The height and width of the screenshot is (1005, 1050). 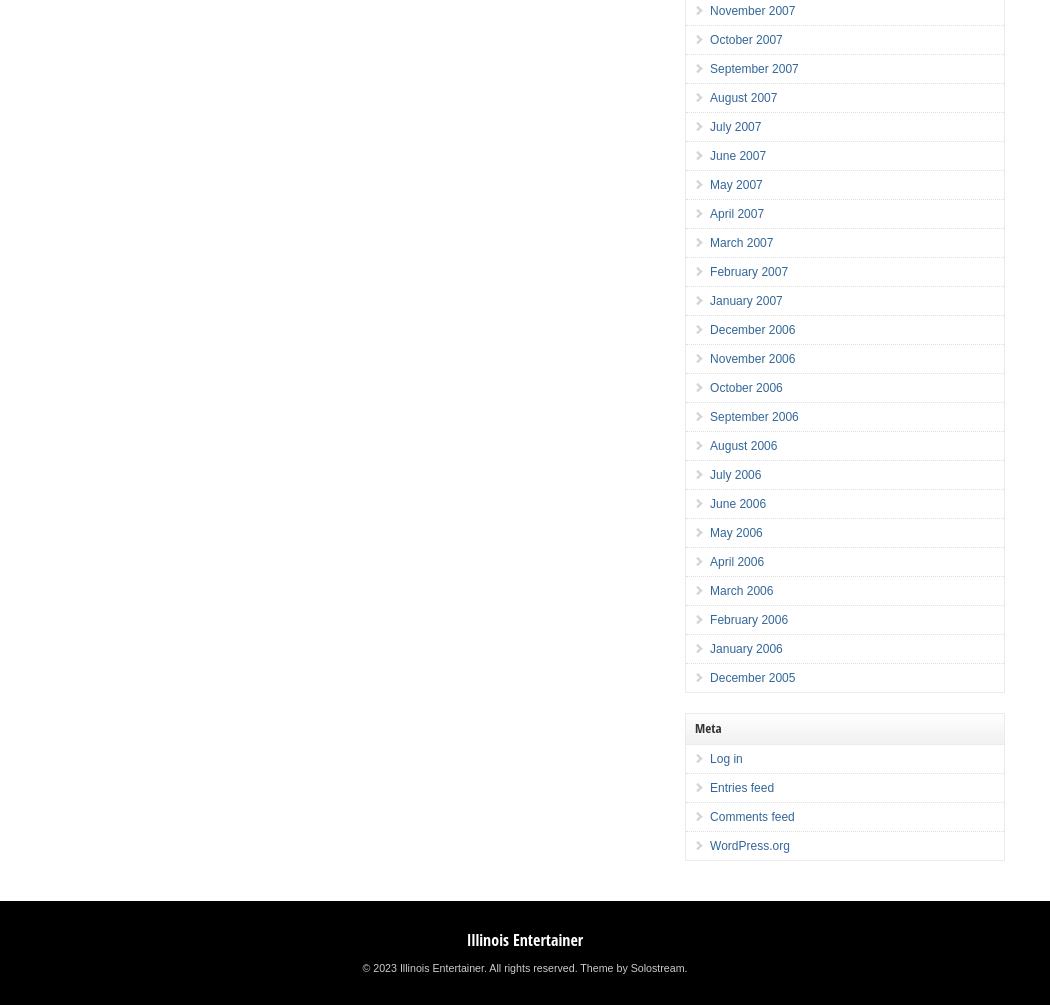 What do you see at coordinates (724, 757) in the screenshot?
I see `'Log in'` at bounding box center [724, 757].